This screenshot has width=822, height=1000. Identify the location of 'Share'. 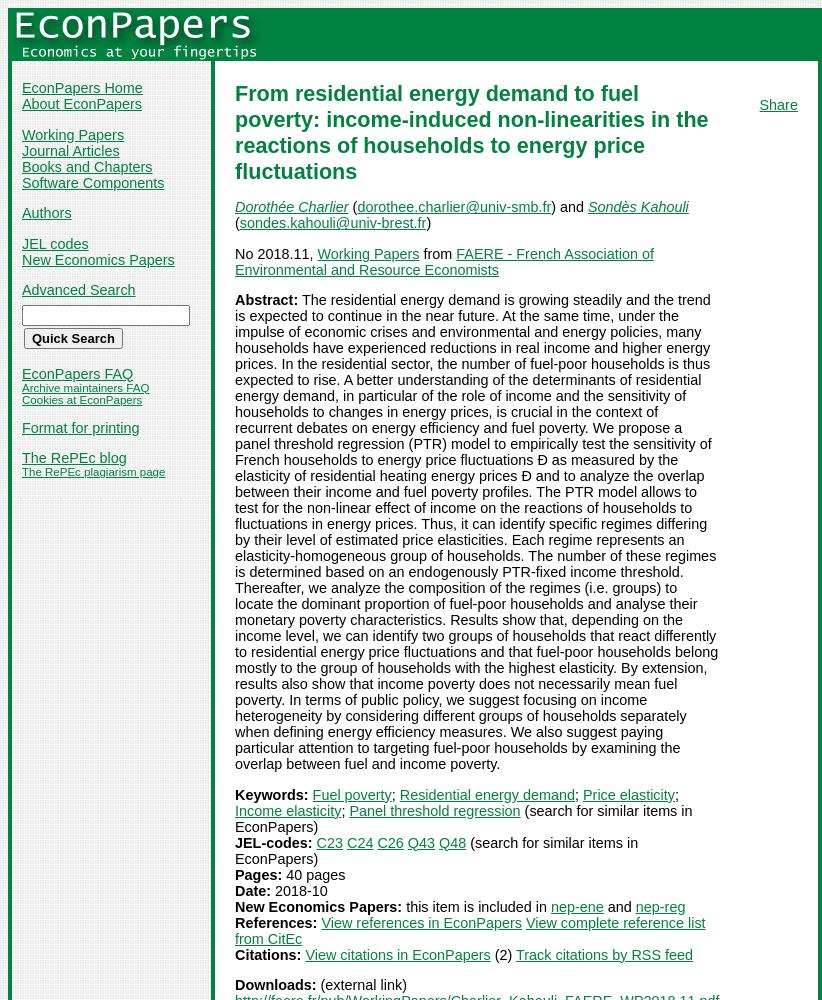
(777, 104).